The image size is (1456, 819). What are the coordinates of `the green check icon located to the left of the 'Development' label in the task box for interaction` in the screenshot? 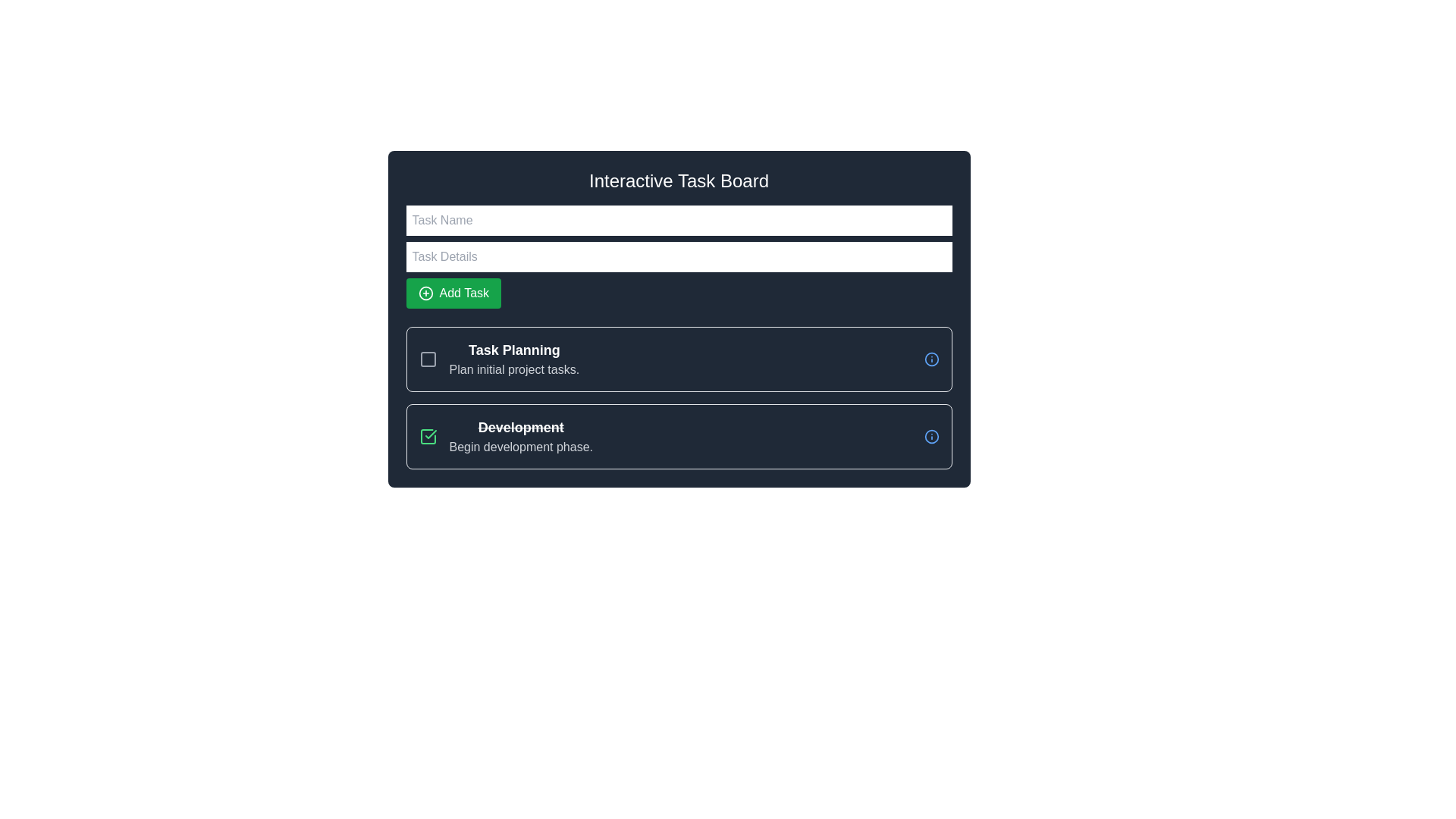 It's located at (429, 435).